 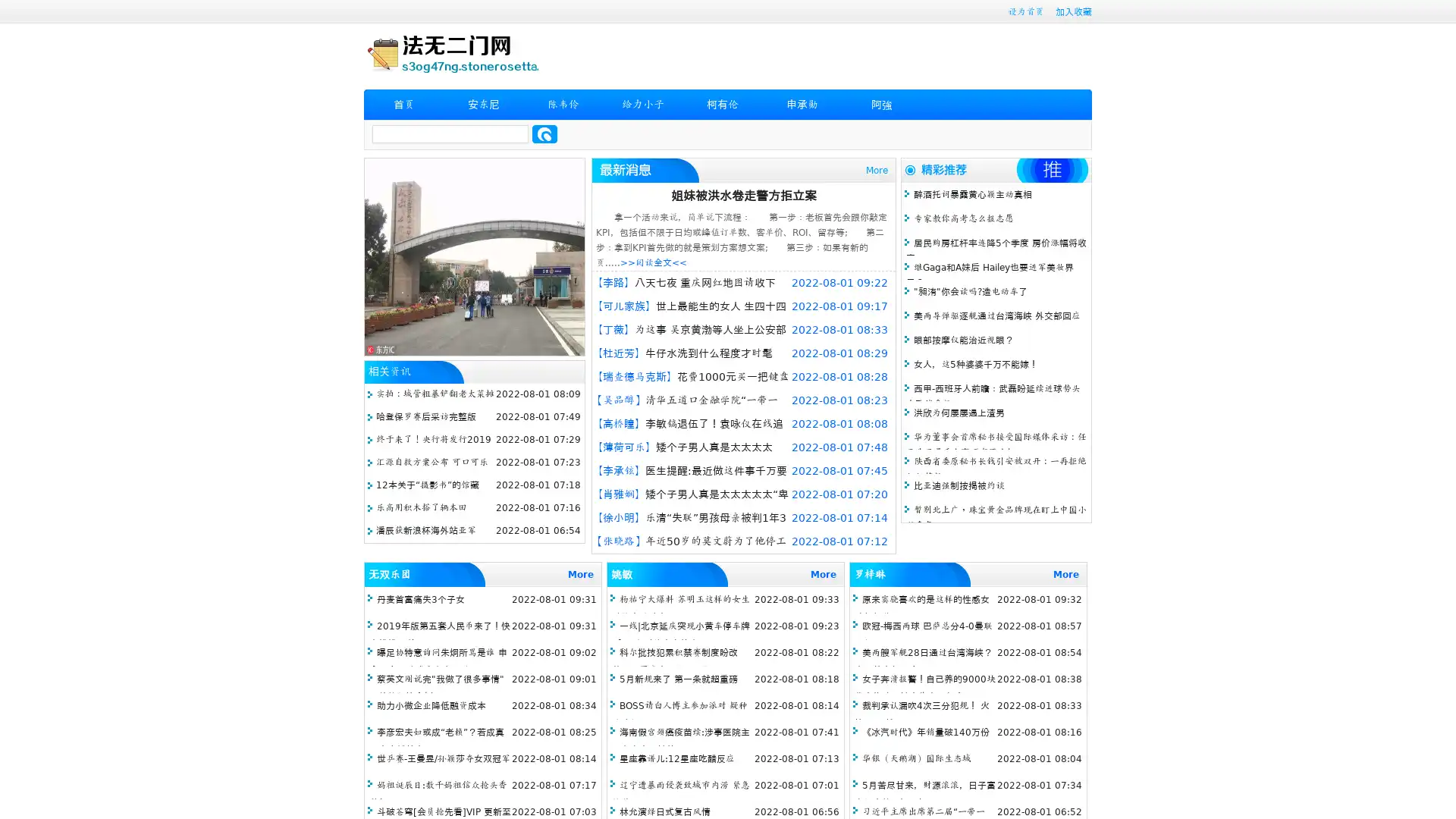 What do you see at coordinates (544, 133) in the screenshot?
I see `Search` at bounding box center [544, 133].